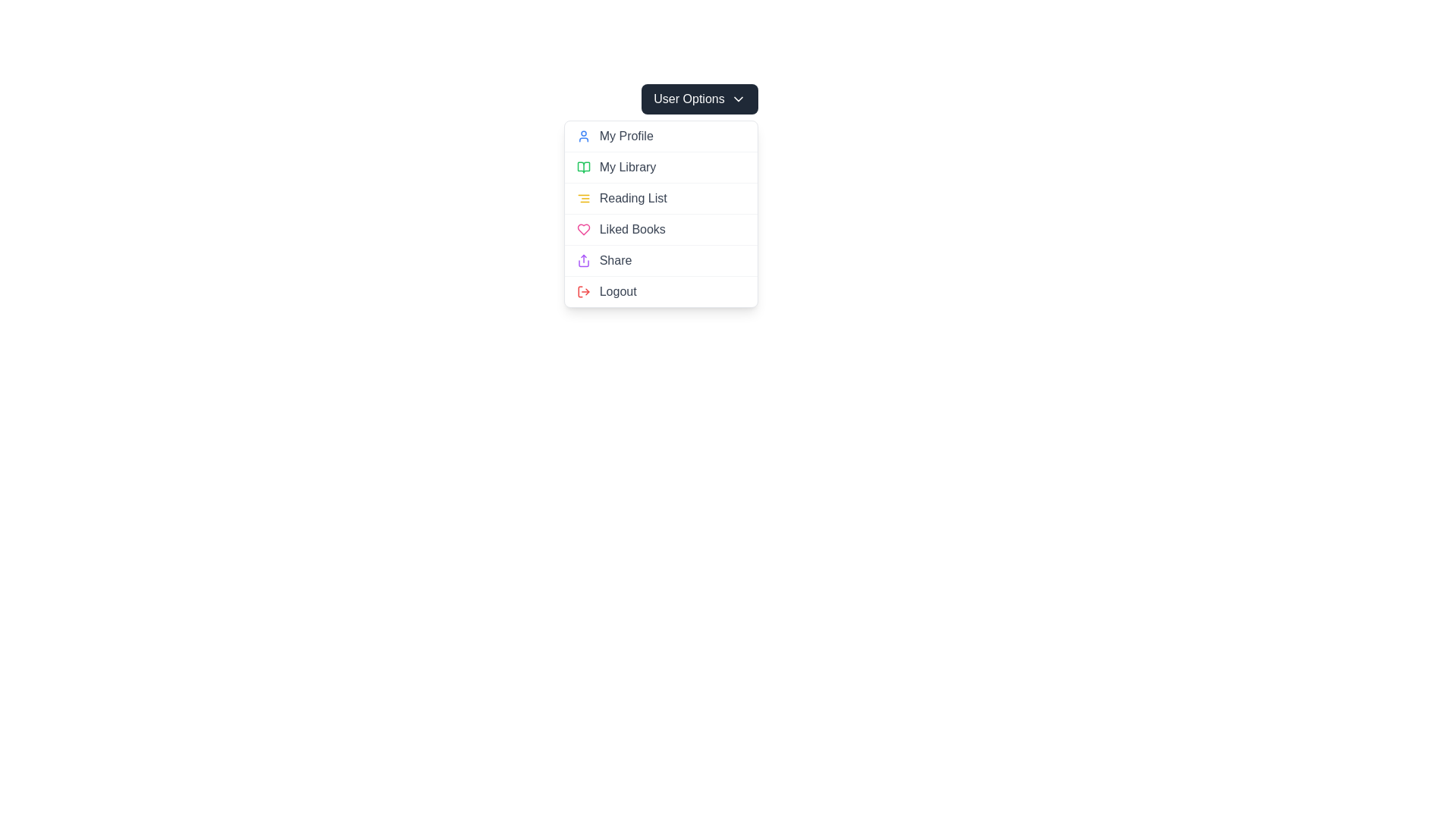 This screenshot has height=819, width=1456. I want to click on the 'Reading List' navigational option in the dropdown menu, which is the third item between 'My Library' and 'Liked Books', so click(633, 198).